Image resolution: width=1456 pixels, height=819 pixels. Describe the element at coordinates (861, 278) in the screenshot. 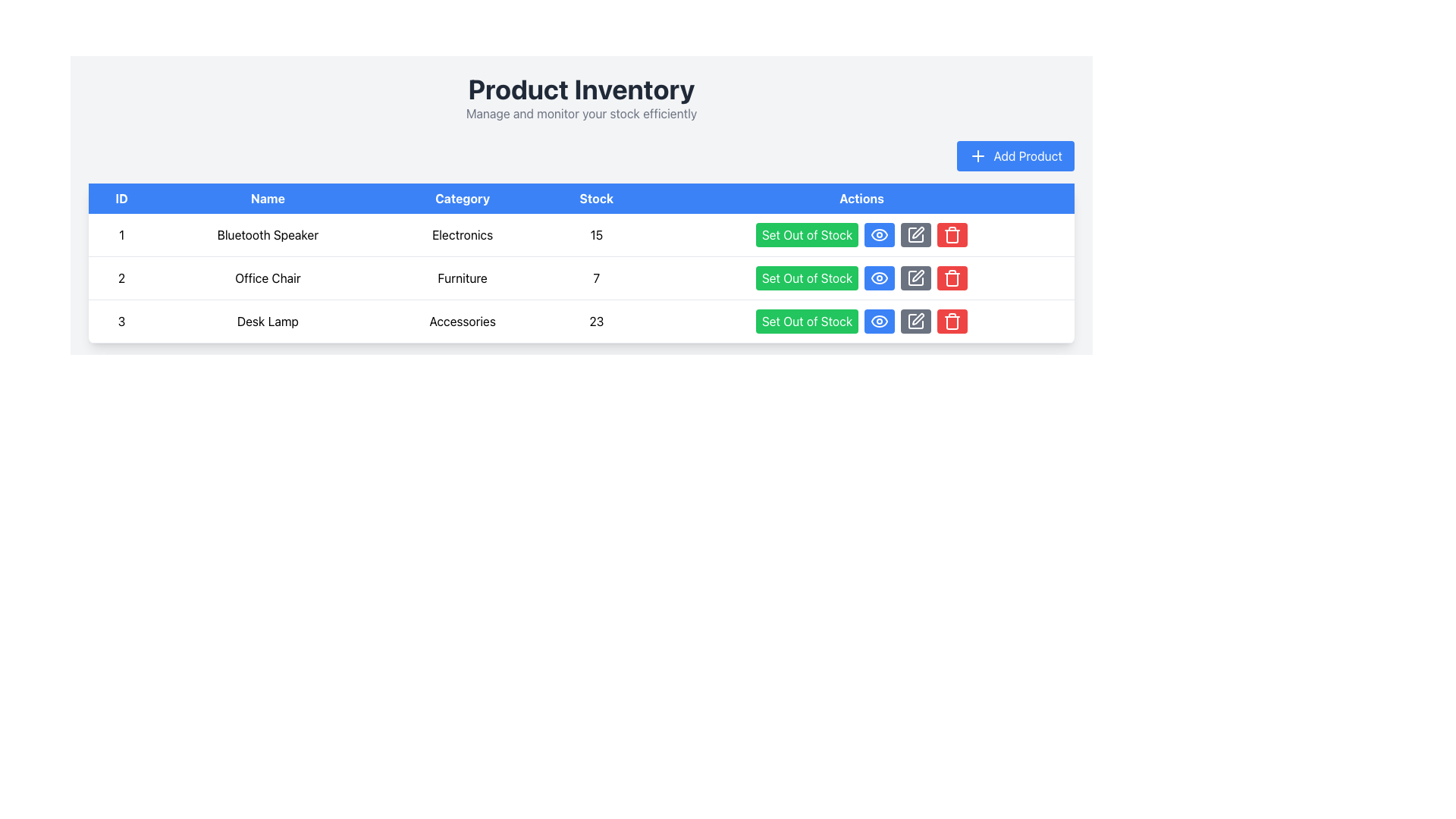

I see `the first button in the 'Actions' column of the second row` at that location.